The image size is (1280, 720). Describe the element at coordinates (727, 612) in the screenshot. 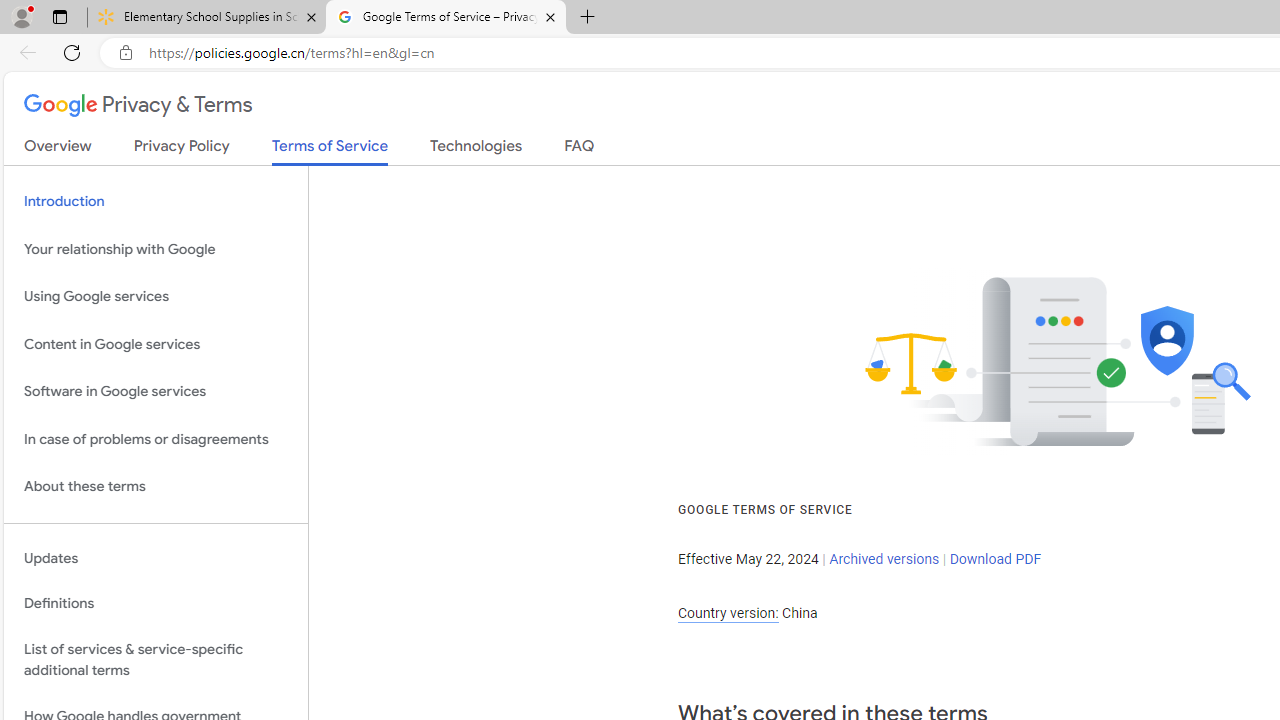

I see `'Country version:'` at that location.